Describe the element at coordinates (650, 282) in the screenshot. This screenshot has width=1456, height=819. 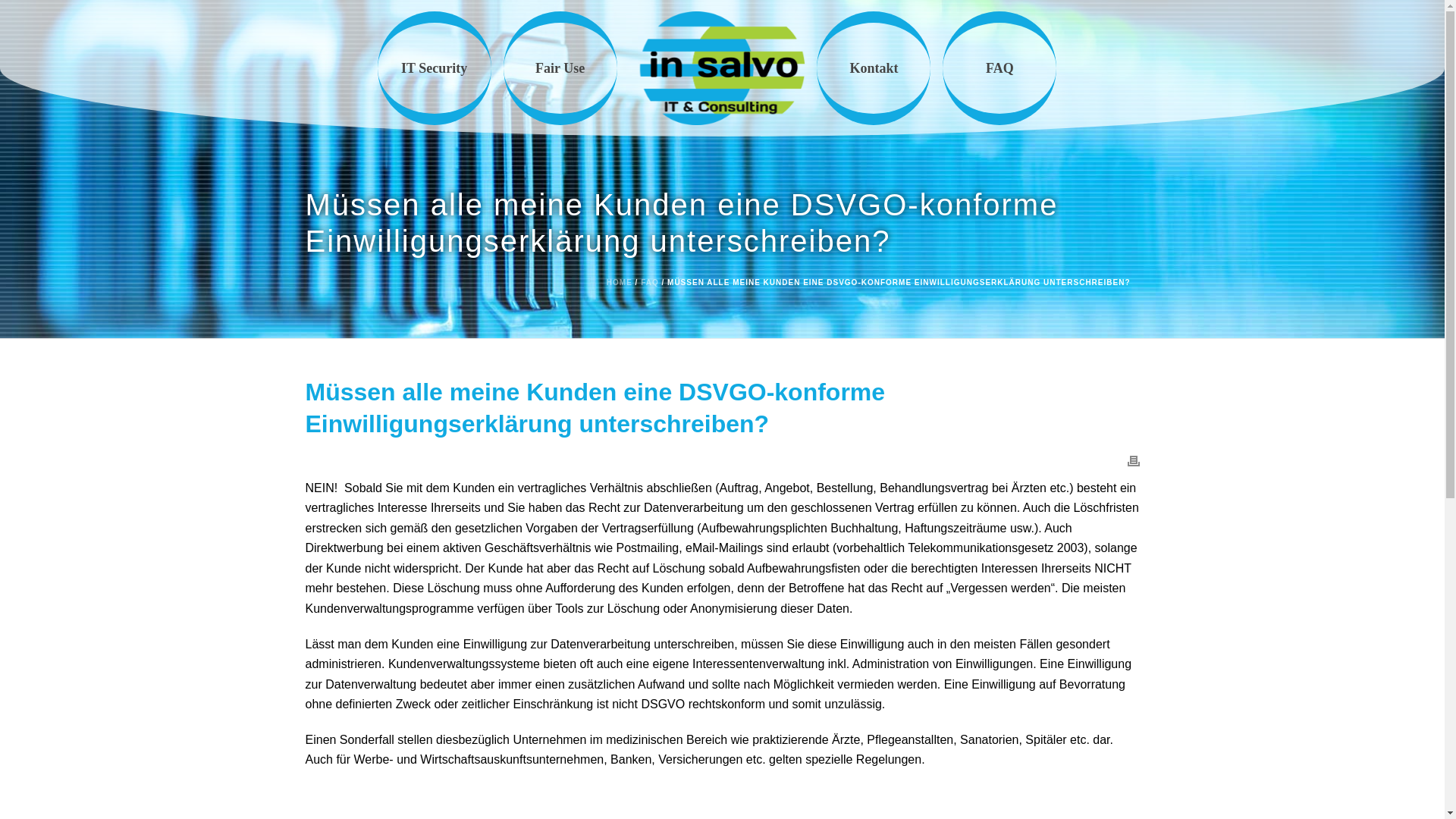
I see `'FAQ'` at that location.